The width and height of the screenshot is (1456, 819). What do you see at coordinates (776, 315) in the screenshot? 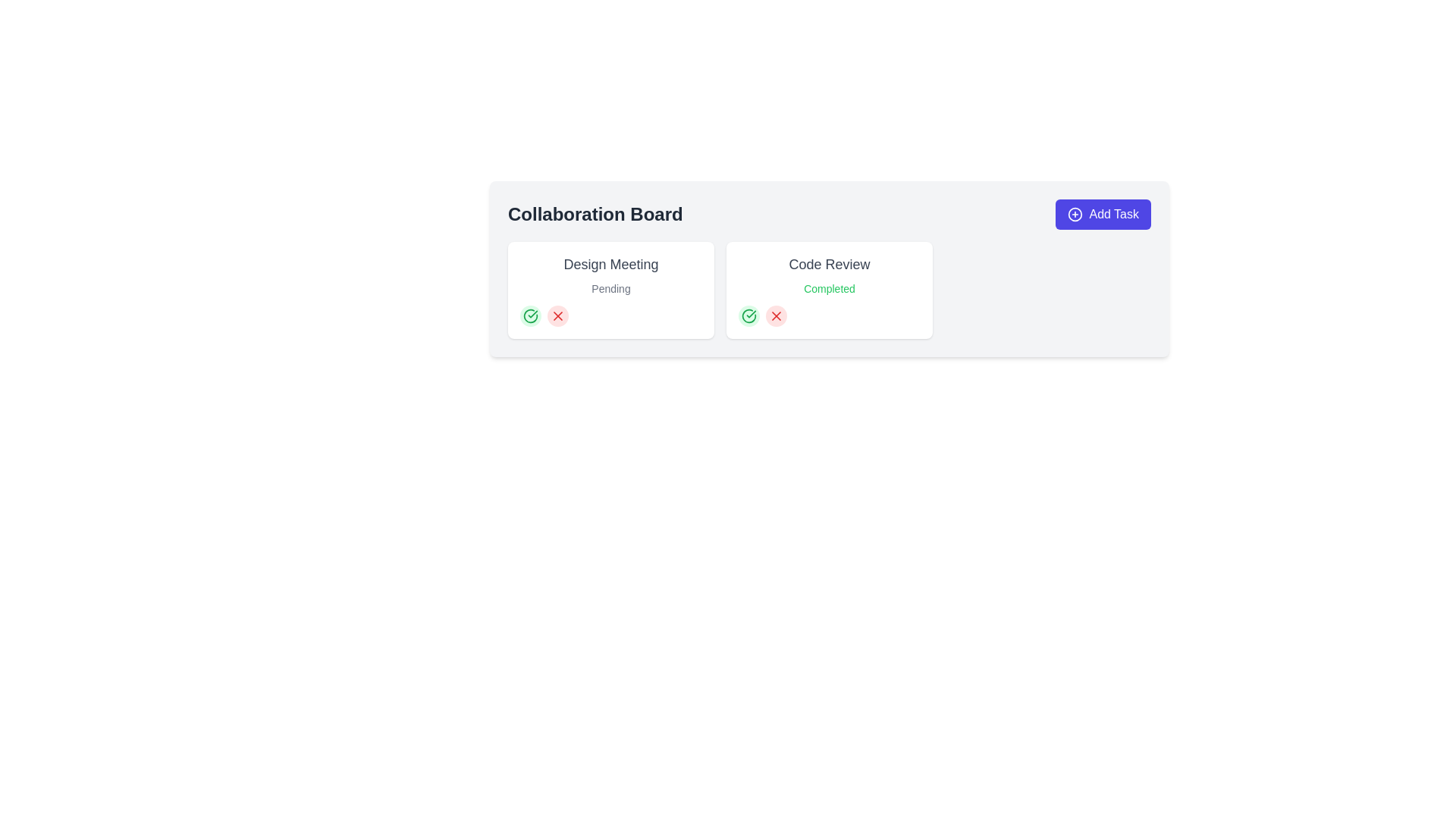
I see `the red diagonal line forming part of the 'X' icon located in the bottom-left corner of the 'Code Review' card` at bounding box center [776, 315].